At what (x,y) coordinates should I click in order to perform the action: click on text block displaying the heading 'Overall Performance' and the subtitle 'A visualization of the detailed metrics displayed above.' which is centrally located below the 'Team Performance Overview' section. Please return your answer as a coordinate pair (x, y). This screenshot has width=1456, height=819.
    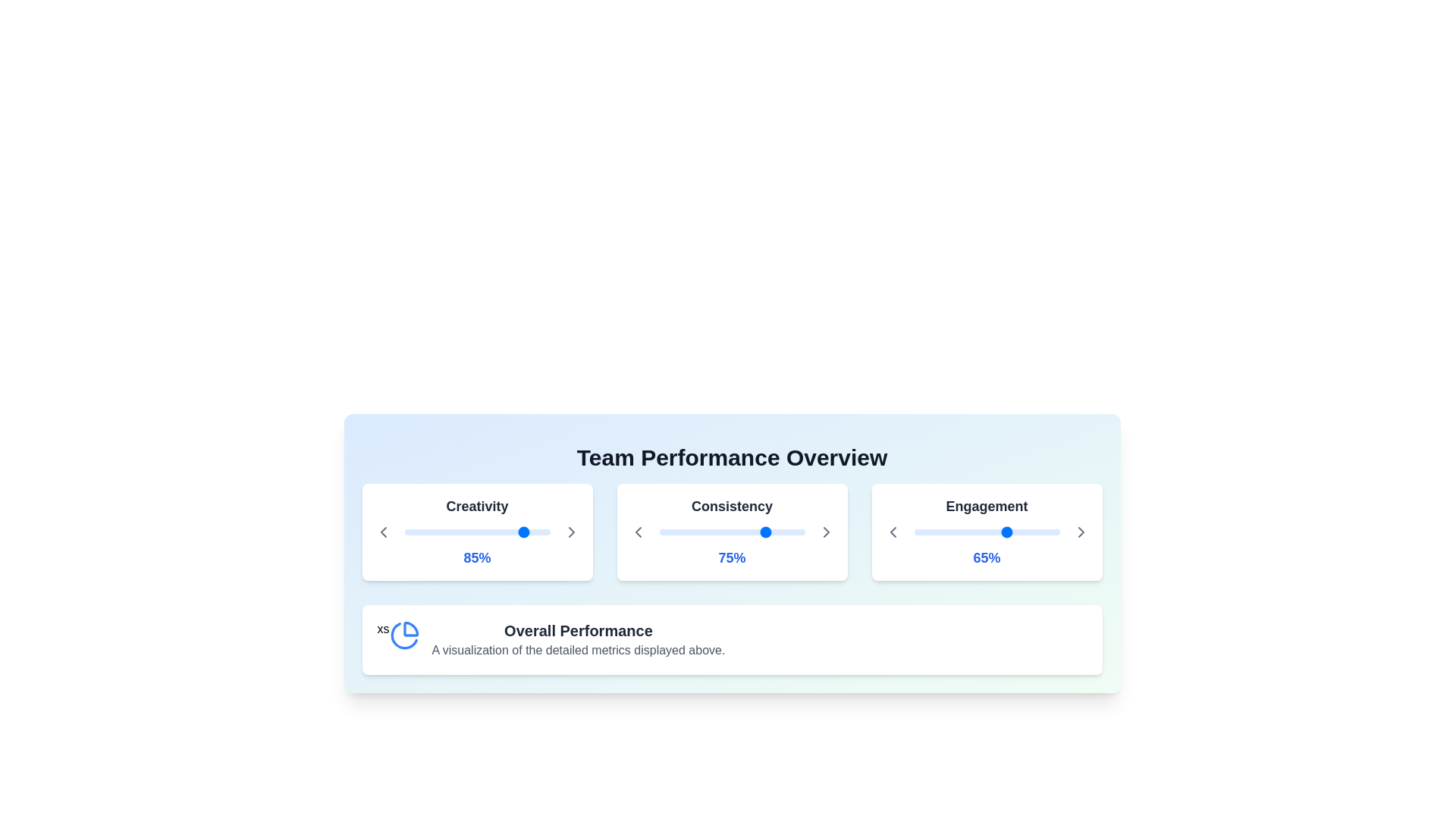
    Looking at the image, I should click on (578, 640).